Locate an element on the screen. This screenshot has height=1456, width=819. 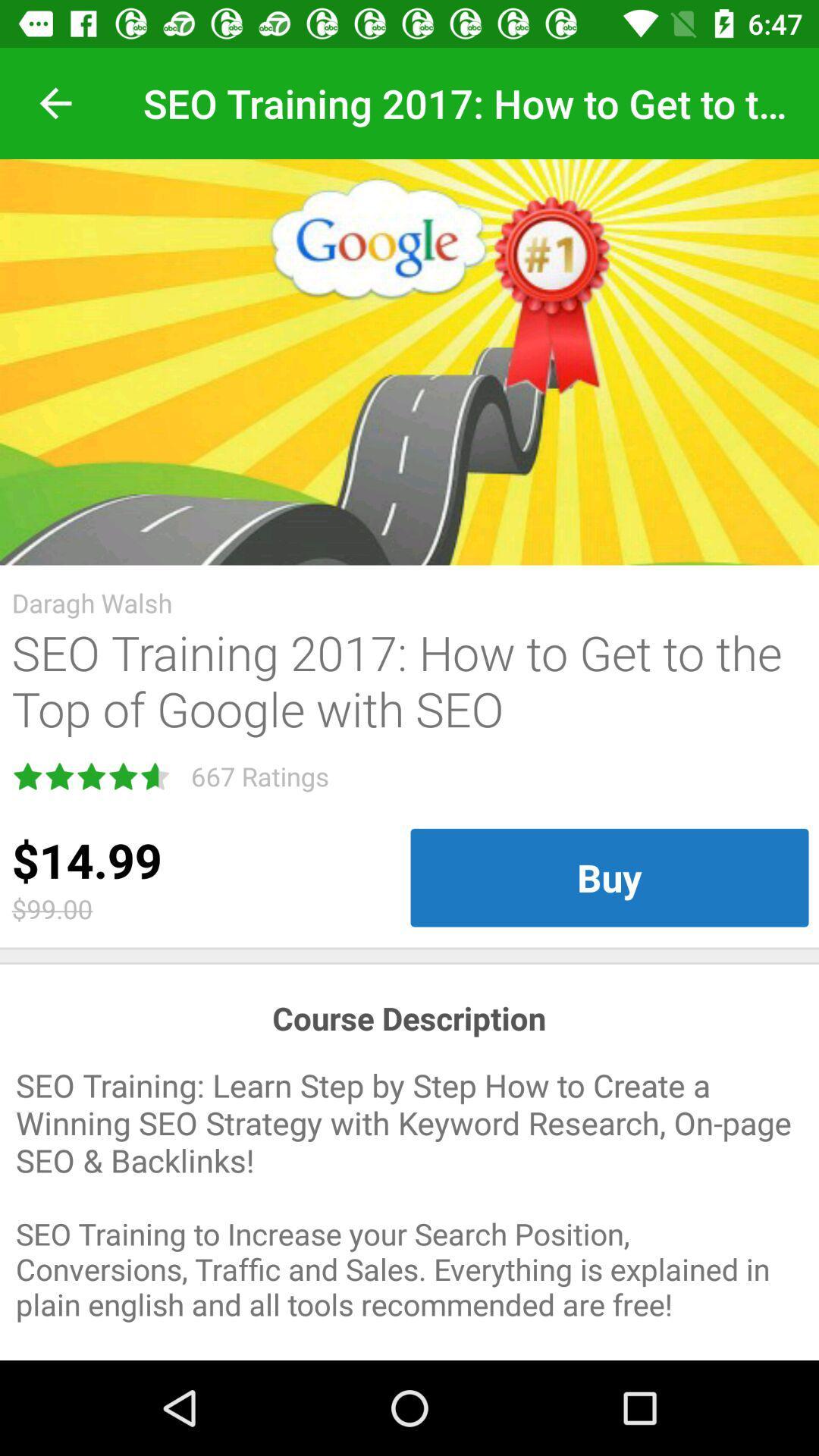
the buy item is located at coordinates (608, 877).